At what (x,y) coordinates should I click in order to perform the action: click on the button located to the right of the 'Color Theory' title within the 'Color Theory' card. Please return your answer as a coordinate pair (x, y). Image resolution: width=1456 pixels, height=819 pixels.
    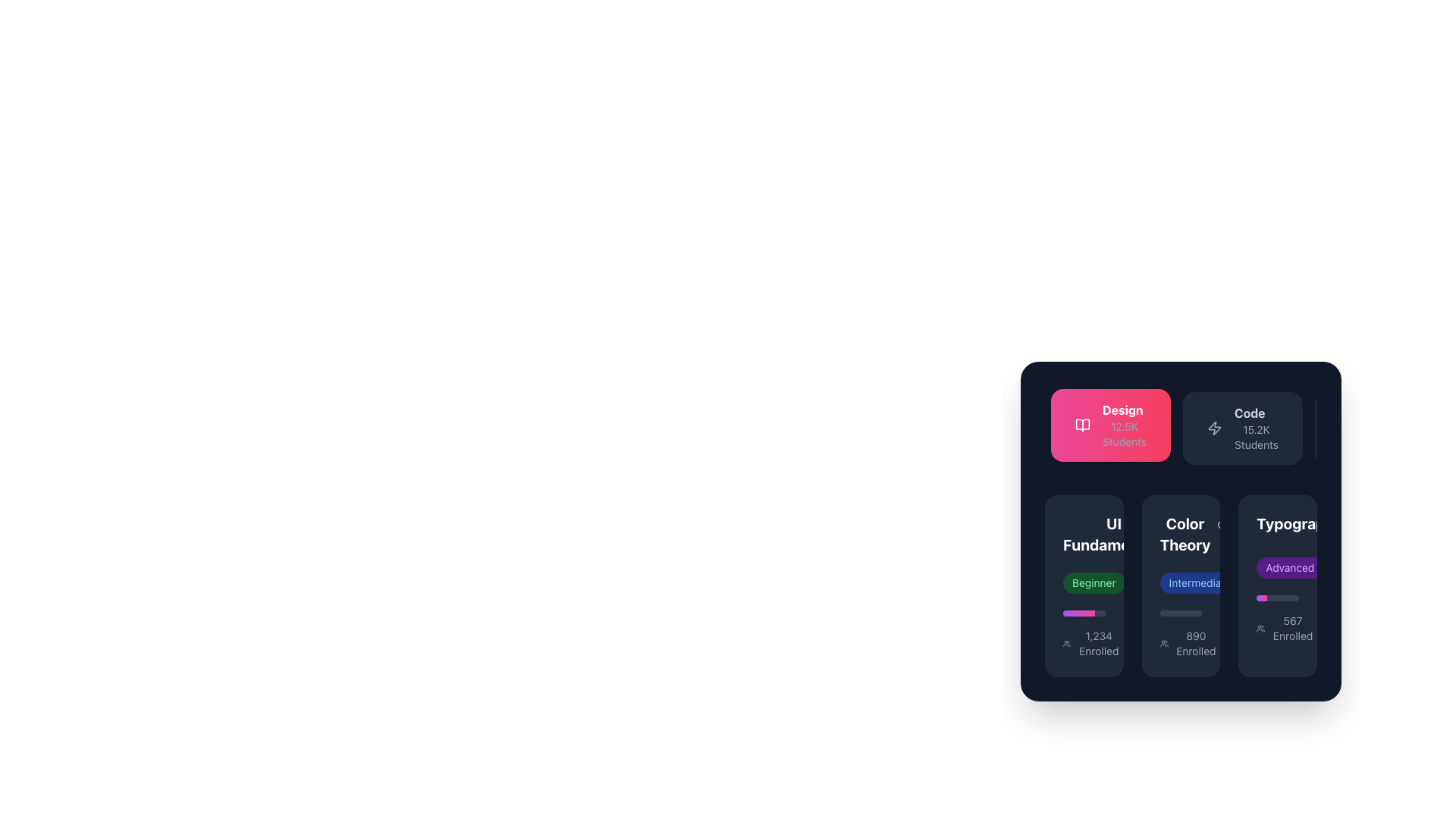
    Looking at the image, I should click on (1224, 526).